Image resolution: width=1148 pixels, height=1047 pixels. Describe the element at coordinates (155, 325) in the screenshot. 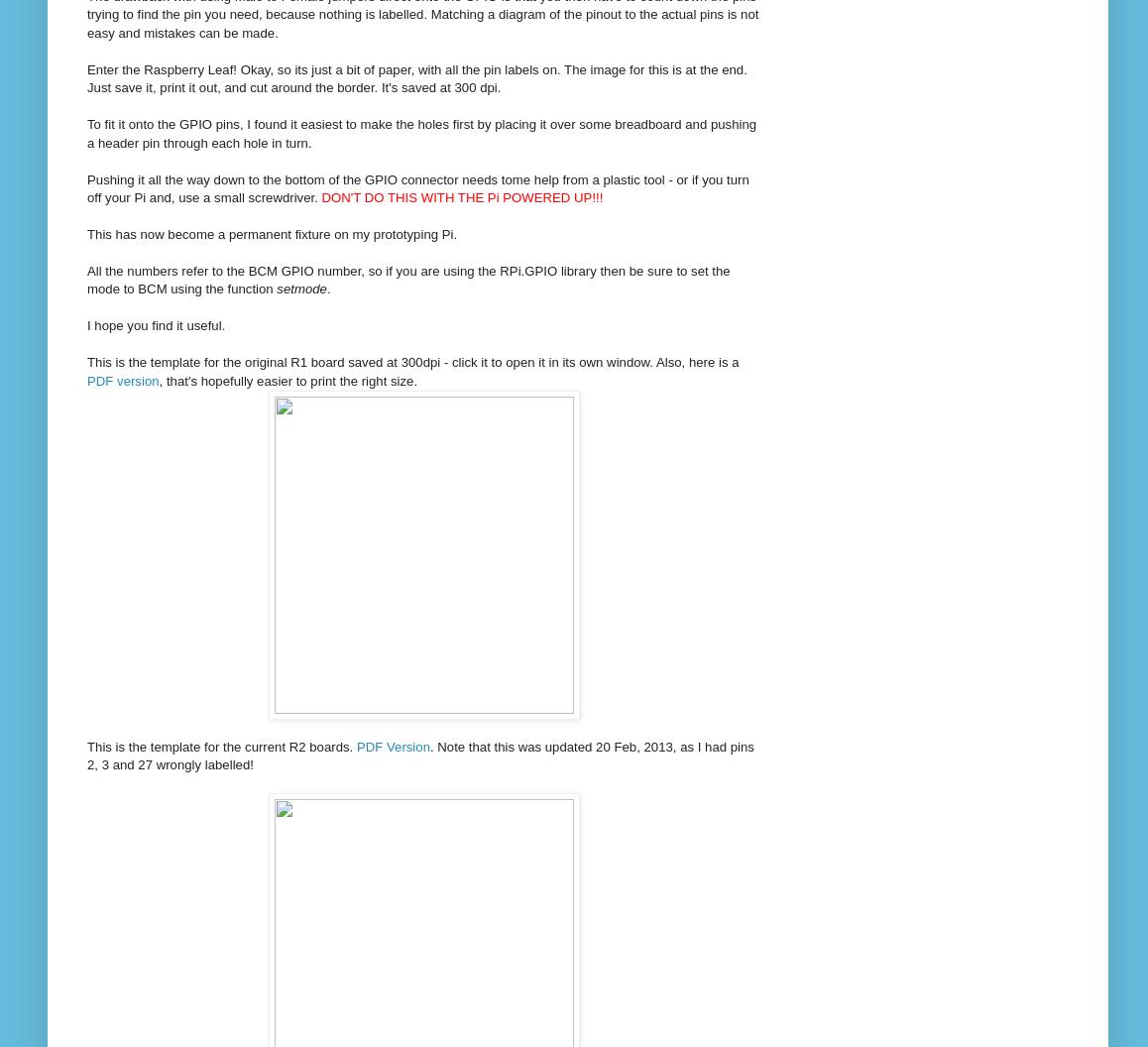

I see `'I hope you find it useful.'` at that location.